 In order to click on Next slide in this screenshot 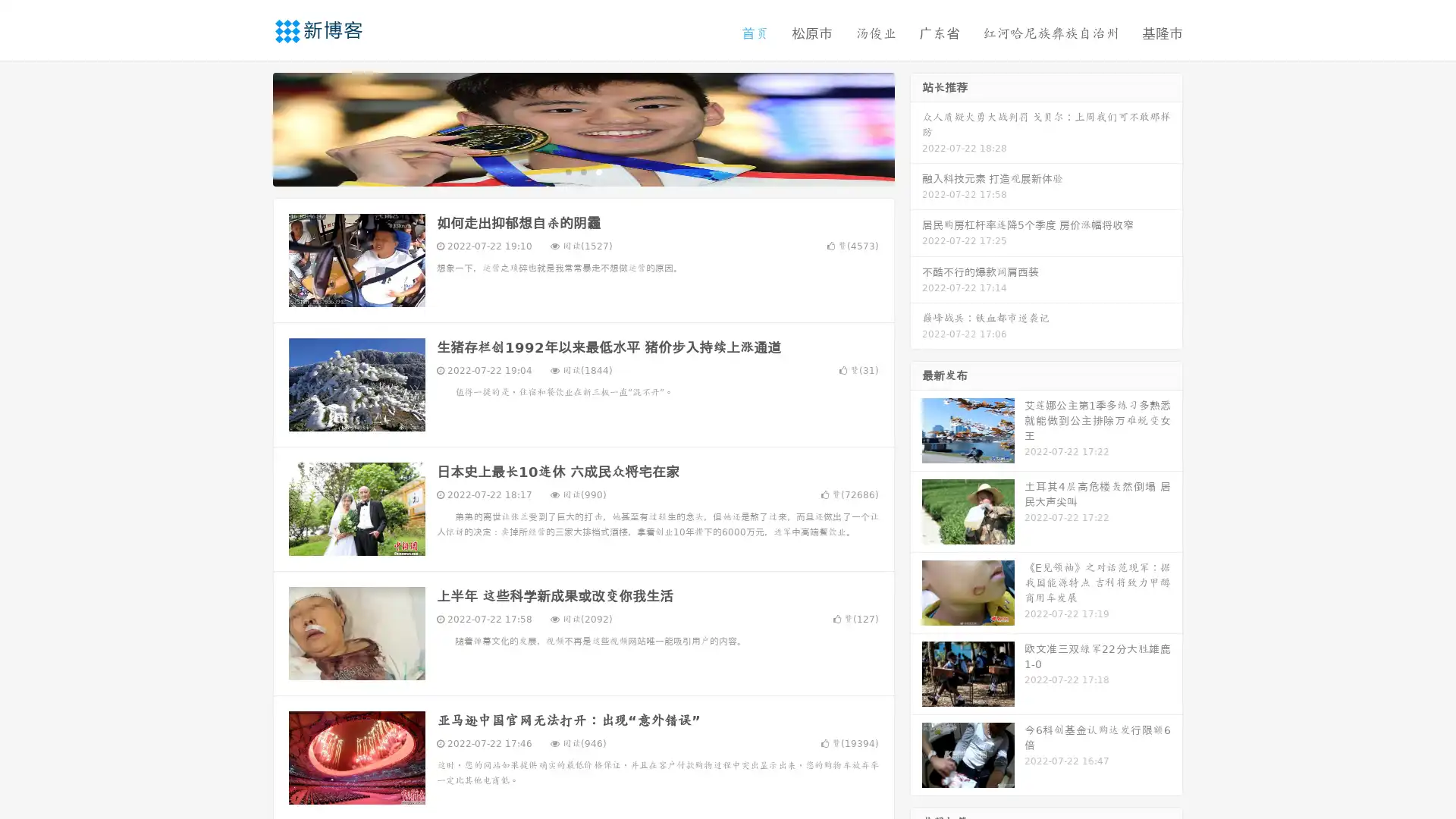, I will do `click(916, 127)`.